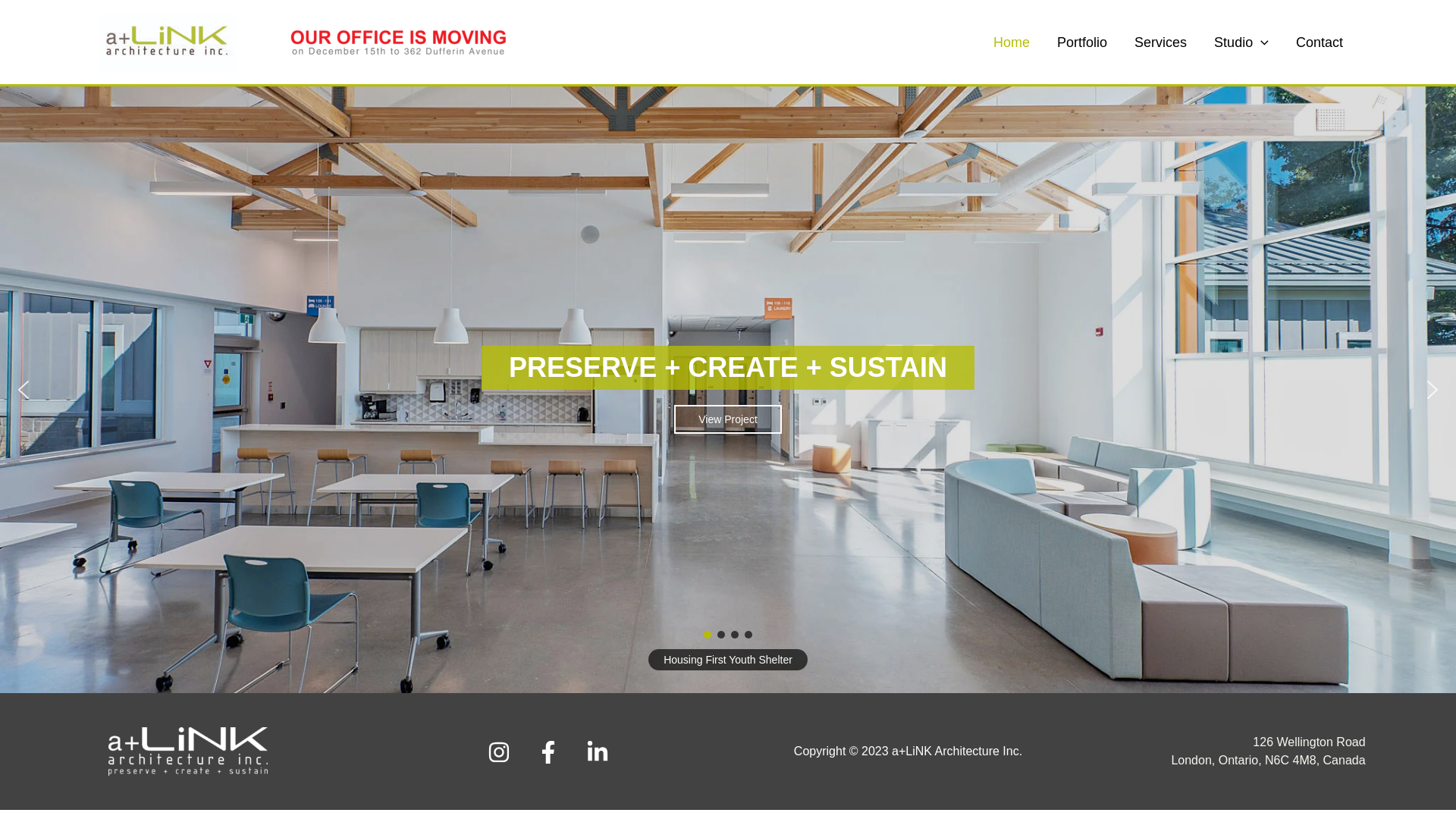 The width and height of the screenshot is (1456, 819). Describe the element at coordinates (1318, 40) in the screenshot. I see `'Contact'` at that location.